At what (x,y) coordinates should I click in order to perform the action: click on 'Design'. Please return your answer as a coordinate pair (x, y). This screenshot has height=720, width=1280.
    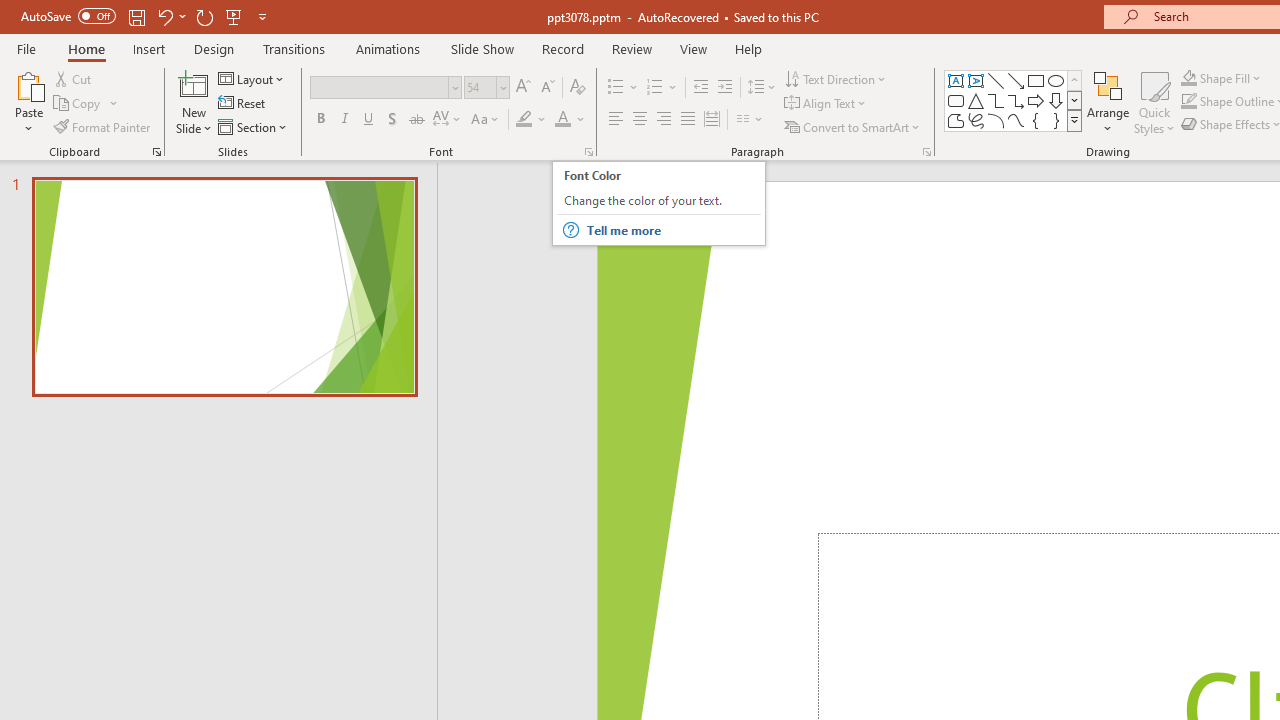
    Looking at the image, I should click on (214, 48).